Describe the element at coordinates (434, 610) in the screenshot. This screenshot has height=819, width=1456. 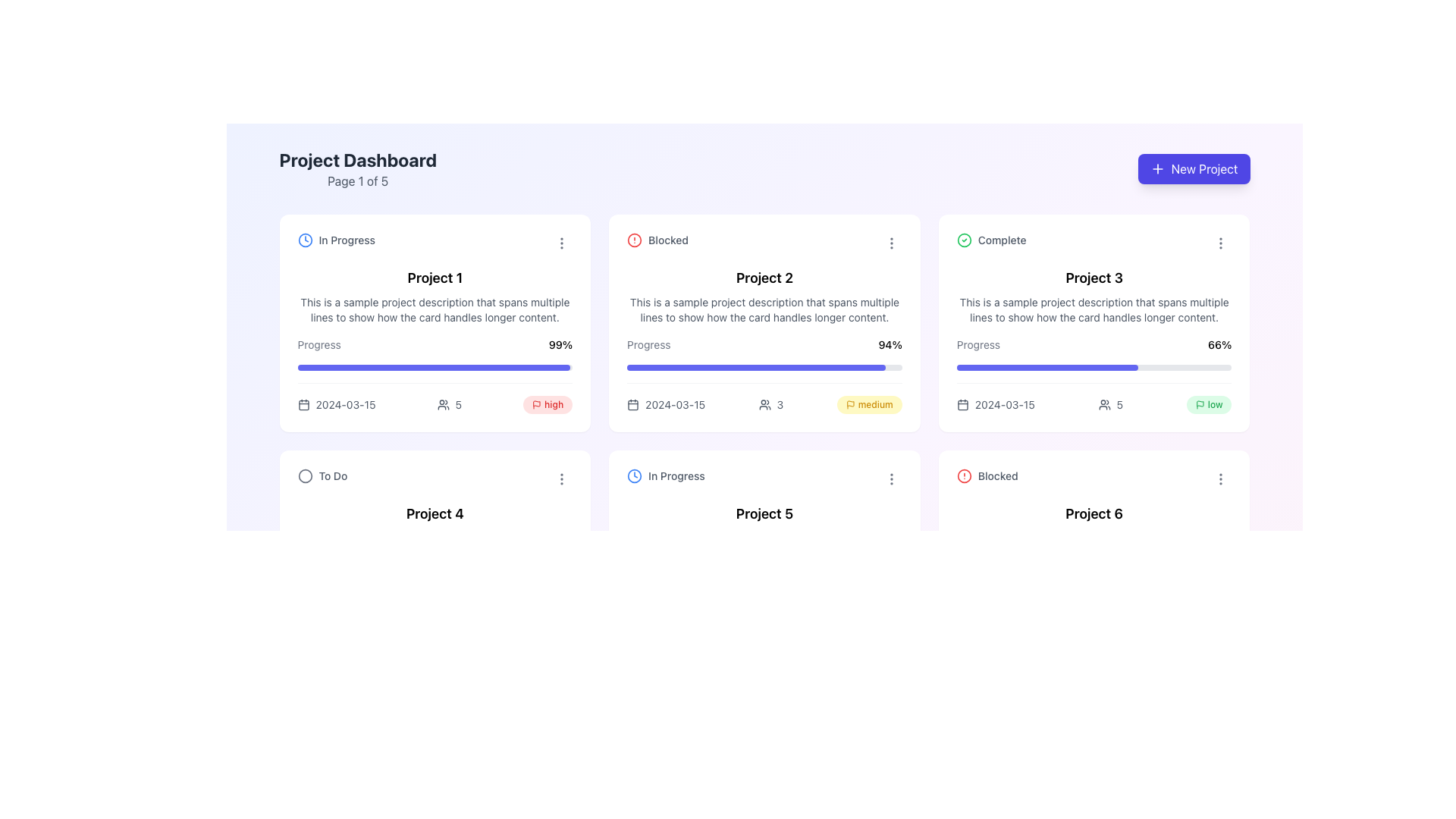
I see `the visual representation of progress in the 'Project 4' progress indicator located in the lower left card of the interface` at that location.